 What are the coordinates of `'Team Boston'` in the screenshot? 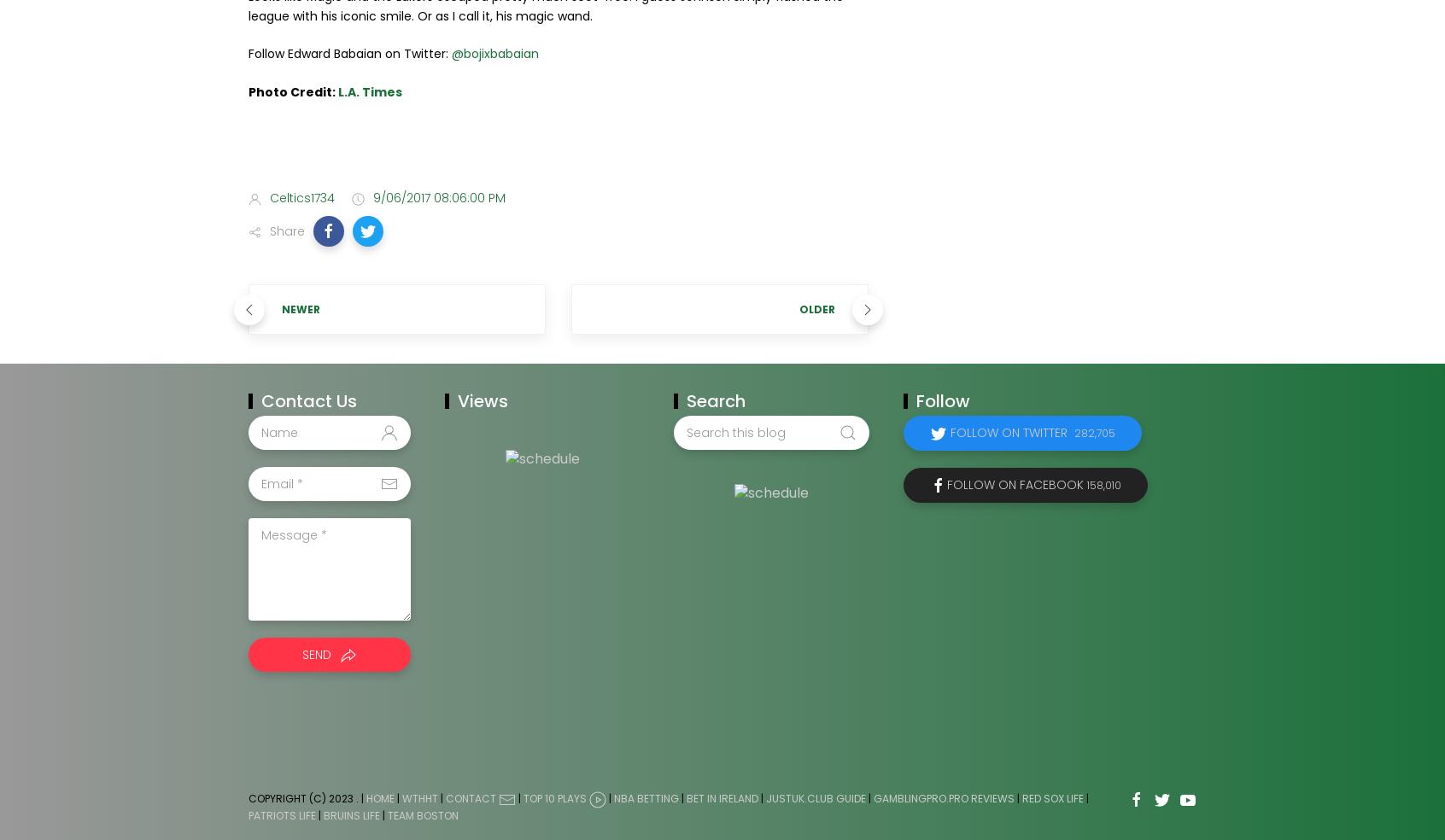 It's located at (386, 815).